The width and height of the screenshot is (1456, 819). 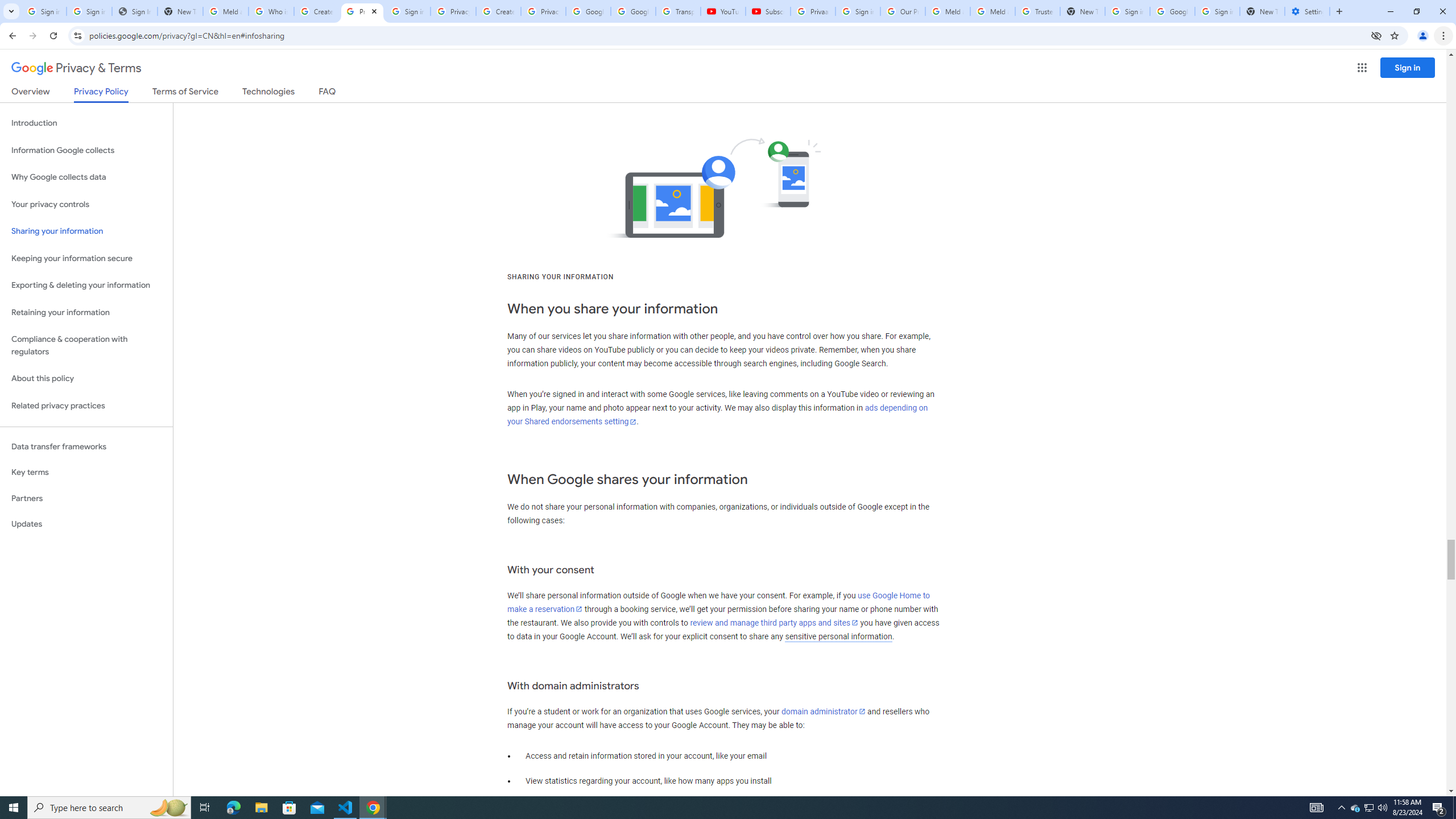 What do you see at coordinates (86, 446) in the screenshot?
I see `'Data transfer frameworks'` at bounding box center [86, 446].